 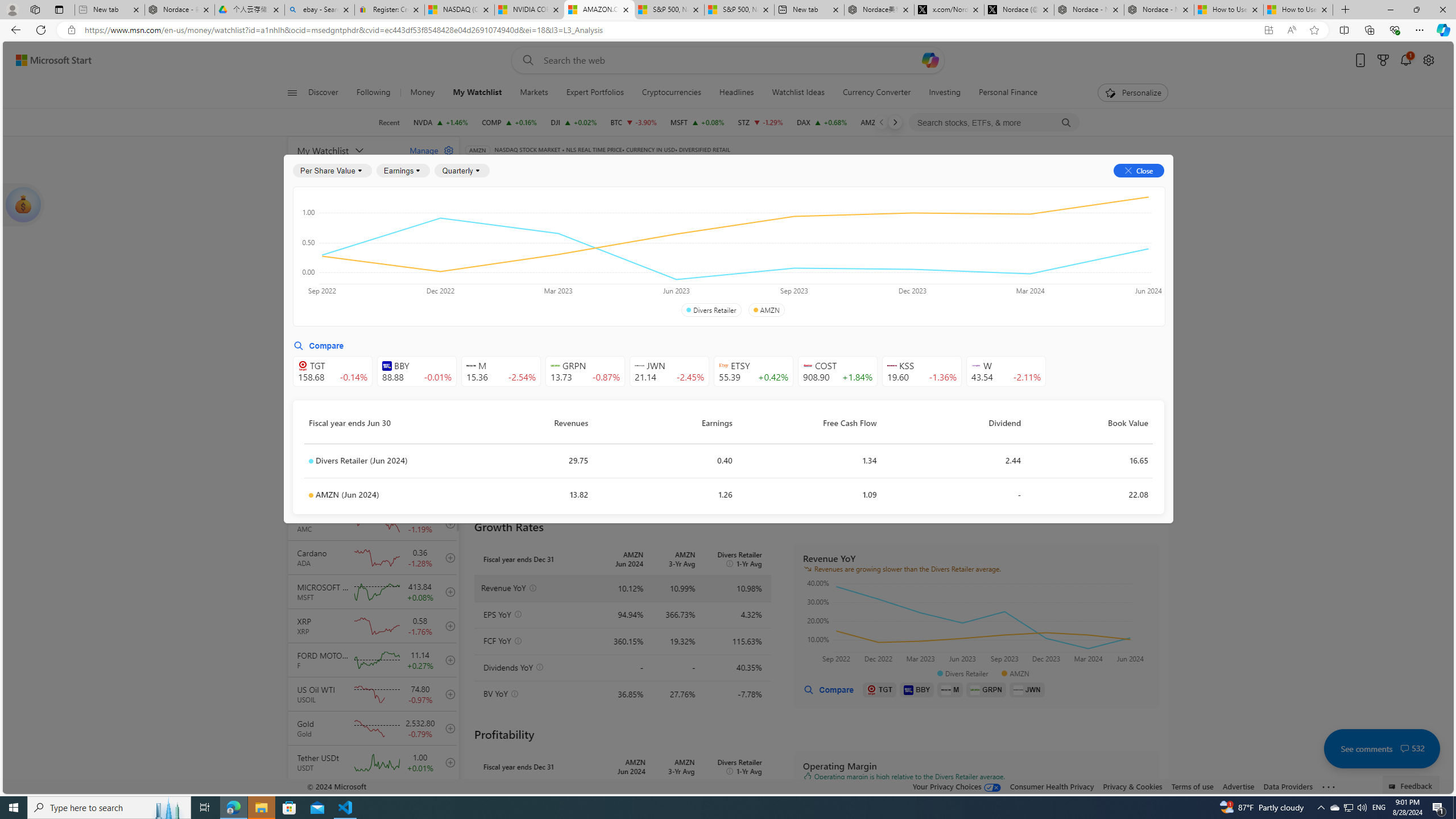 What do you see at coordinates (1051, 786) in the screenshot?
I see `'Consumer Health Privacy'` at bounding box center [1051, 786].